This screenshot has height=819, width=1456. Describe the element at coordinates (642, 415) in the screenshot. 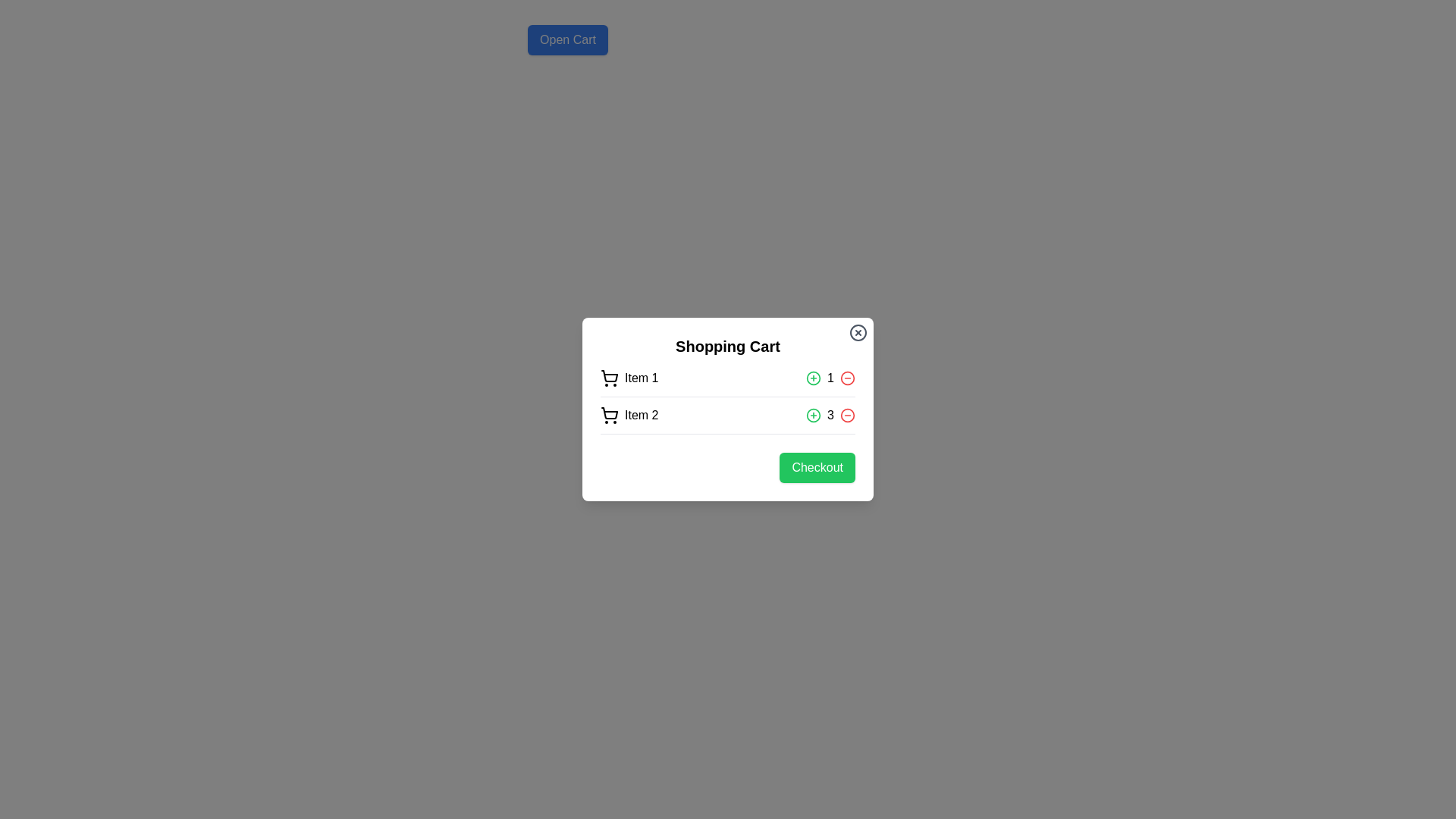

I see `text displayed by the second item label in the shopping cart list, located below the 'Item 1' label` at that location.